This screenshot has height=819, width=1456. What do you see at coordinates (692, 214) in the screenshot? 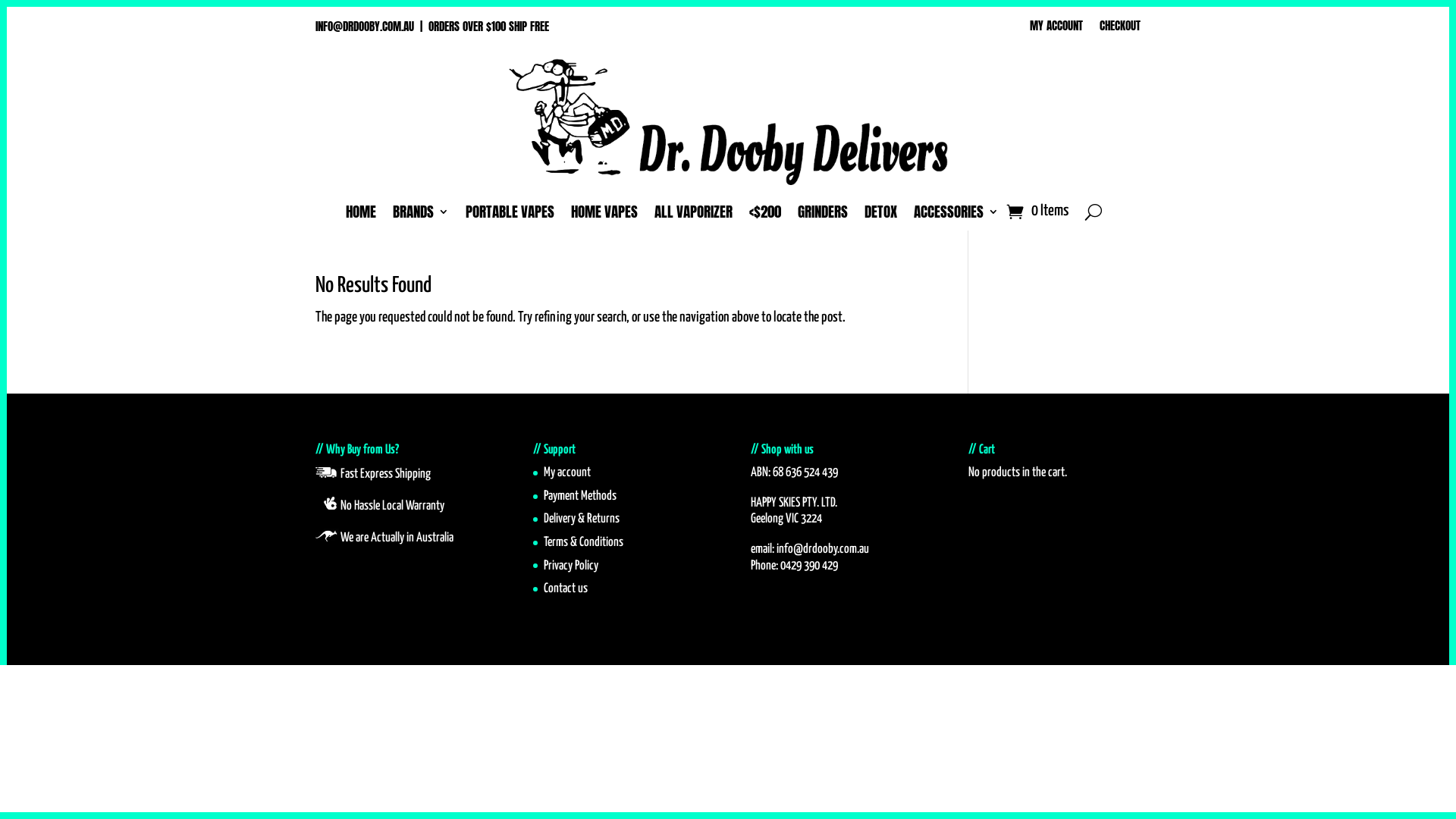
I see `'ALL VAPORIZER'` at bounding box center [692, 214].